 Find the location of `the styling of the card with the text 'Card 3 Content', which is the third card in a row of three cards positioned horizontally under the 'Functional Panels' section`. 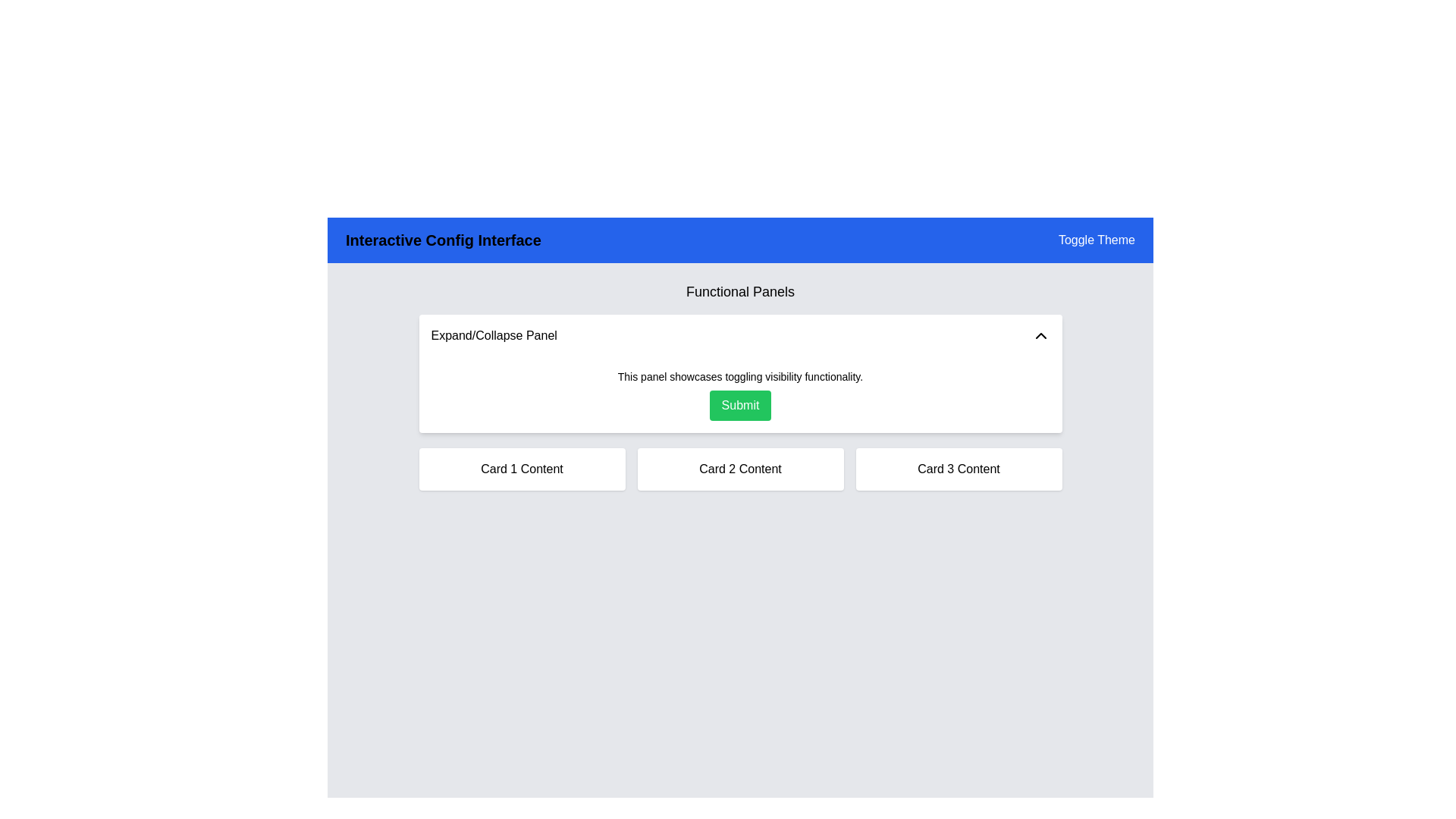

the styling of the card with the text 'Card 3 Content', which is the third card in a row of three cards positioned horizontally under the 'Functional Panels' section is located at coordinates (958, 468).